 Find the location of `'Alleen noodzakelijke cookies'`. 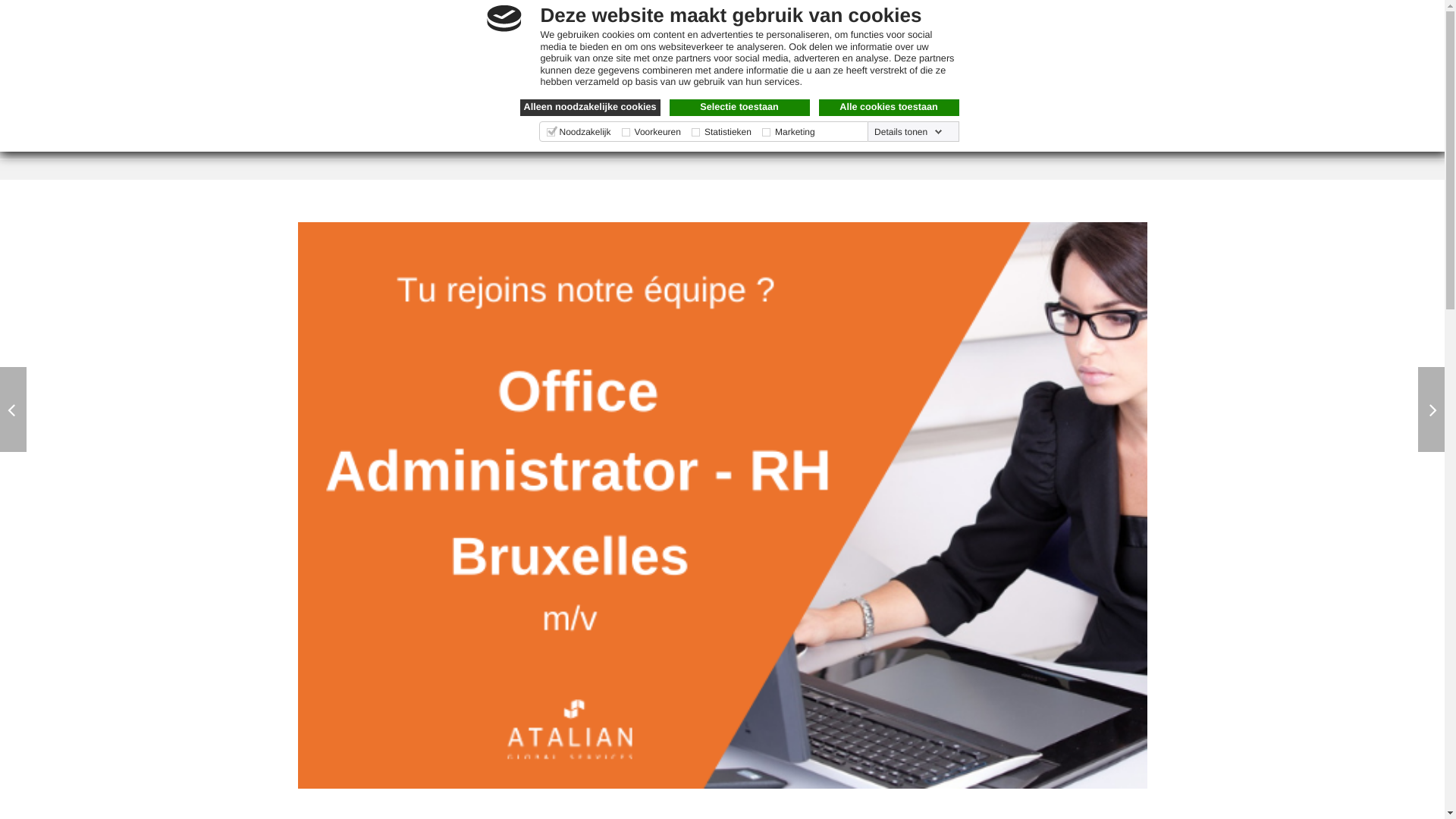

'Alleen noodzakelijke cookies' is located at coordinates (589, 107).